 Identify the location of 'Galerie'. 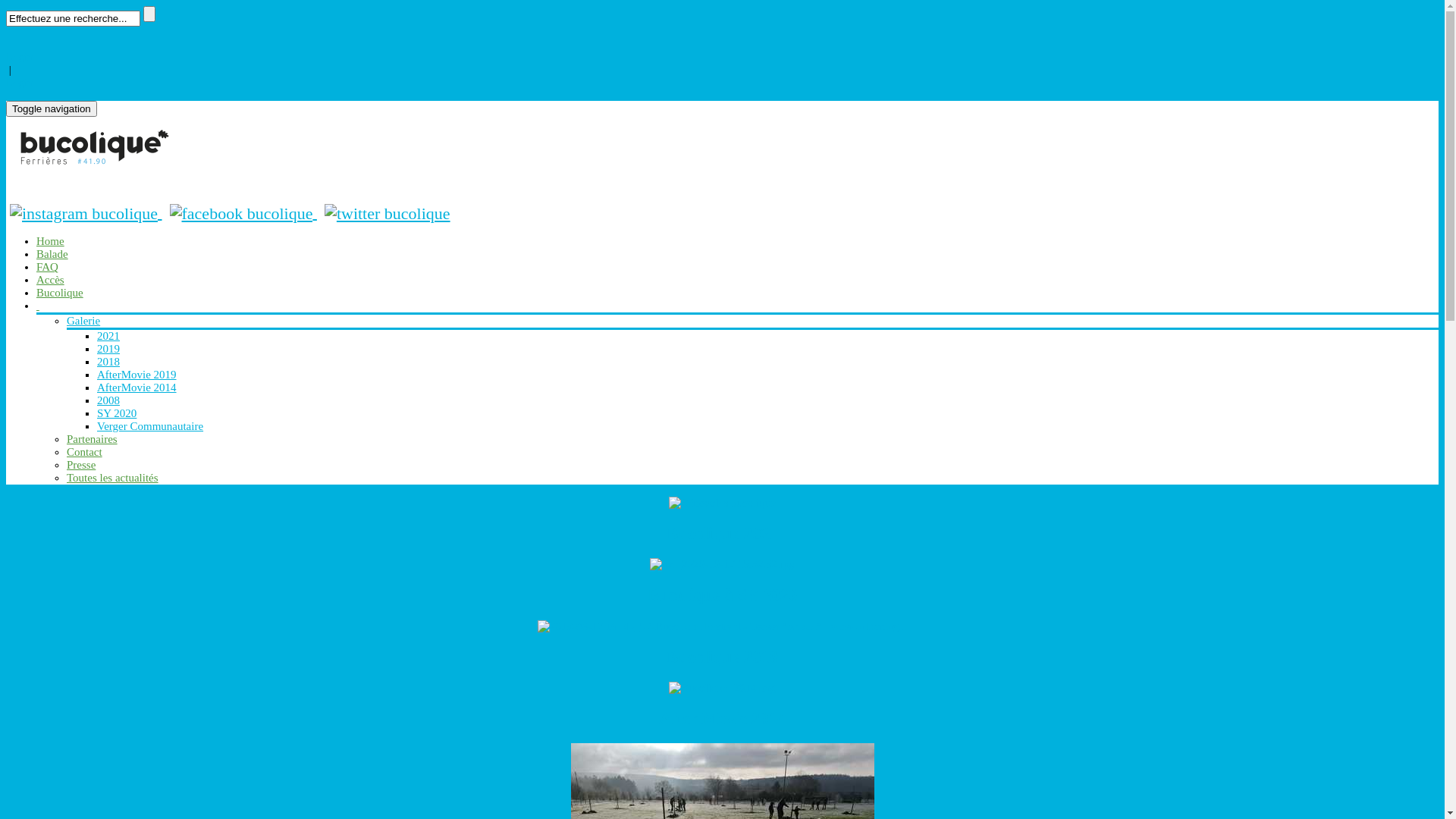
(83, 320).